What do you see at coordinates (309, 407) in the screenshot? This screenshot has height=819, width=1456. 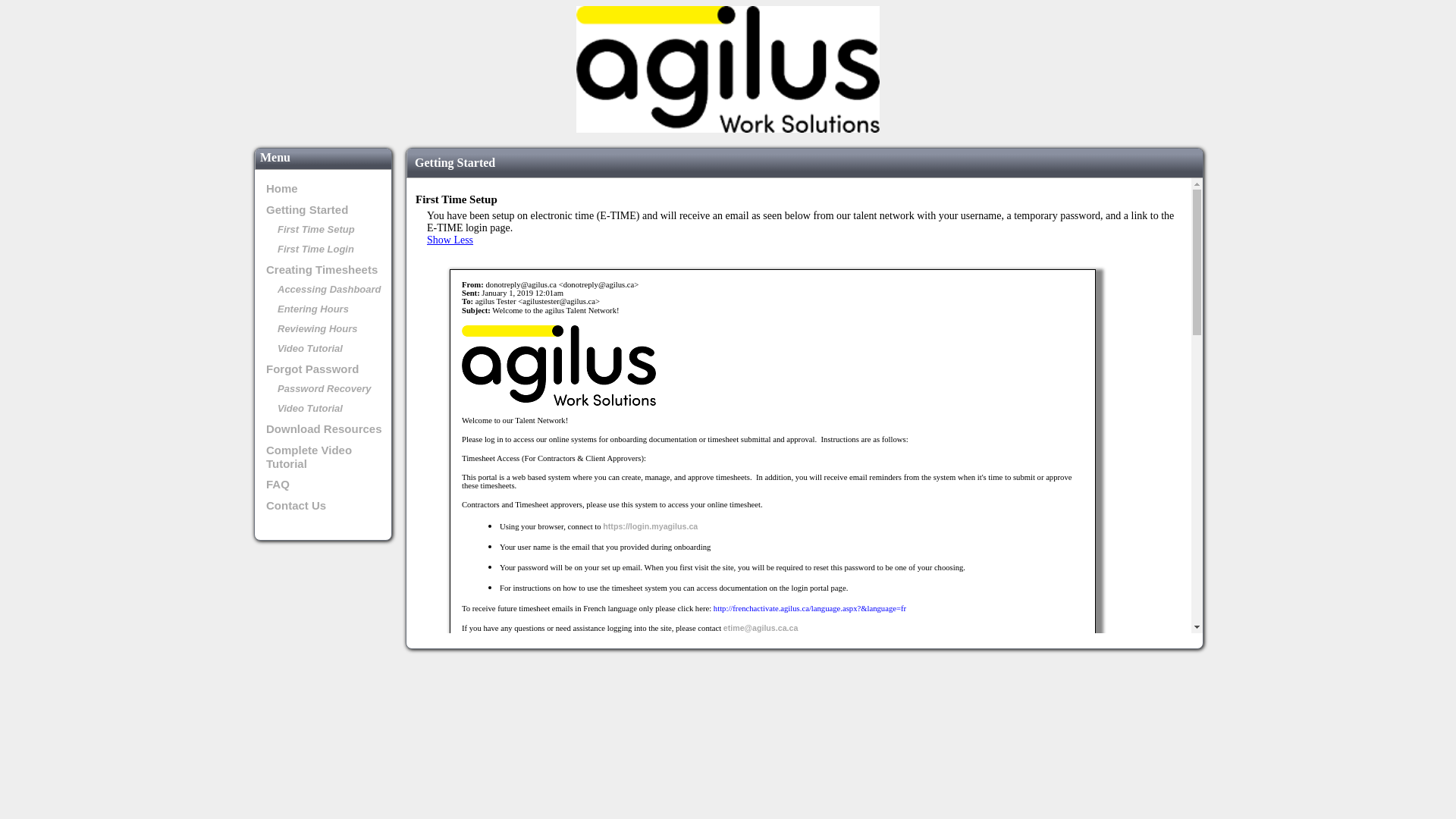 I see `'Video Tutorial'` at bounding box center [309, 407].